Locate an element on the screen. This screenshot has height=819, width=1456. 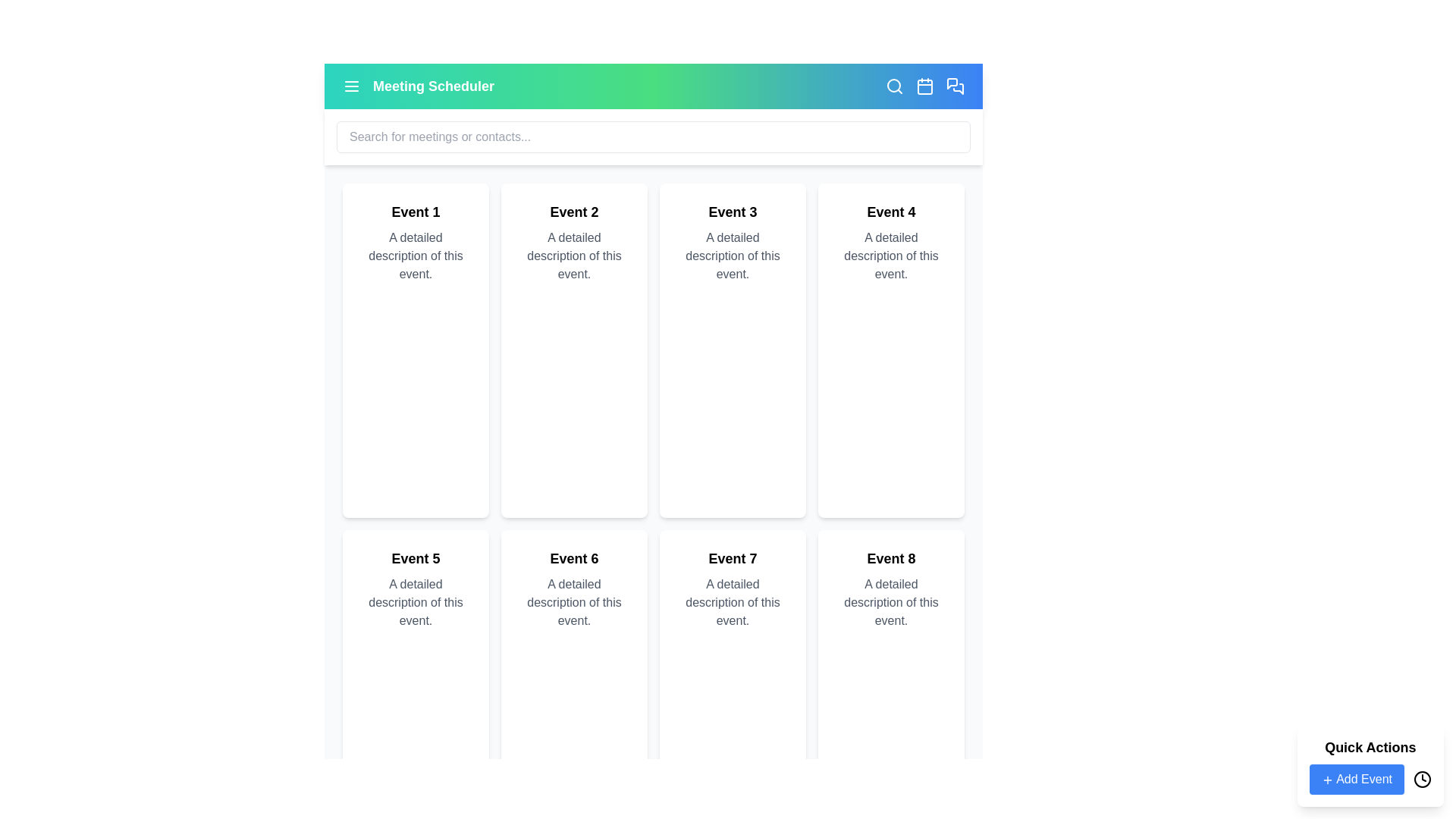
the text label 'Event 1' which is displayed in bold, large font within the top-left card of the grid layout is located at coordinates (416, 212).